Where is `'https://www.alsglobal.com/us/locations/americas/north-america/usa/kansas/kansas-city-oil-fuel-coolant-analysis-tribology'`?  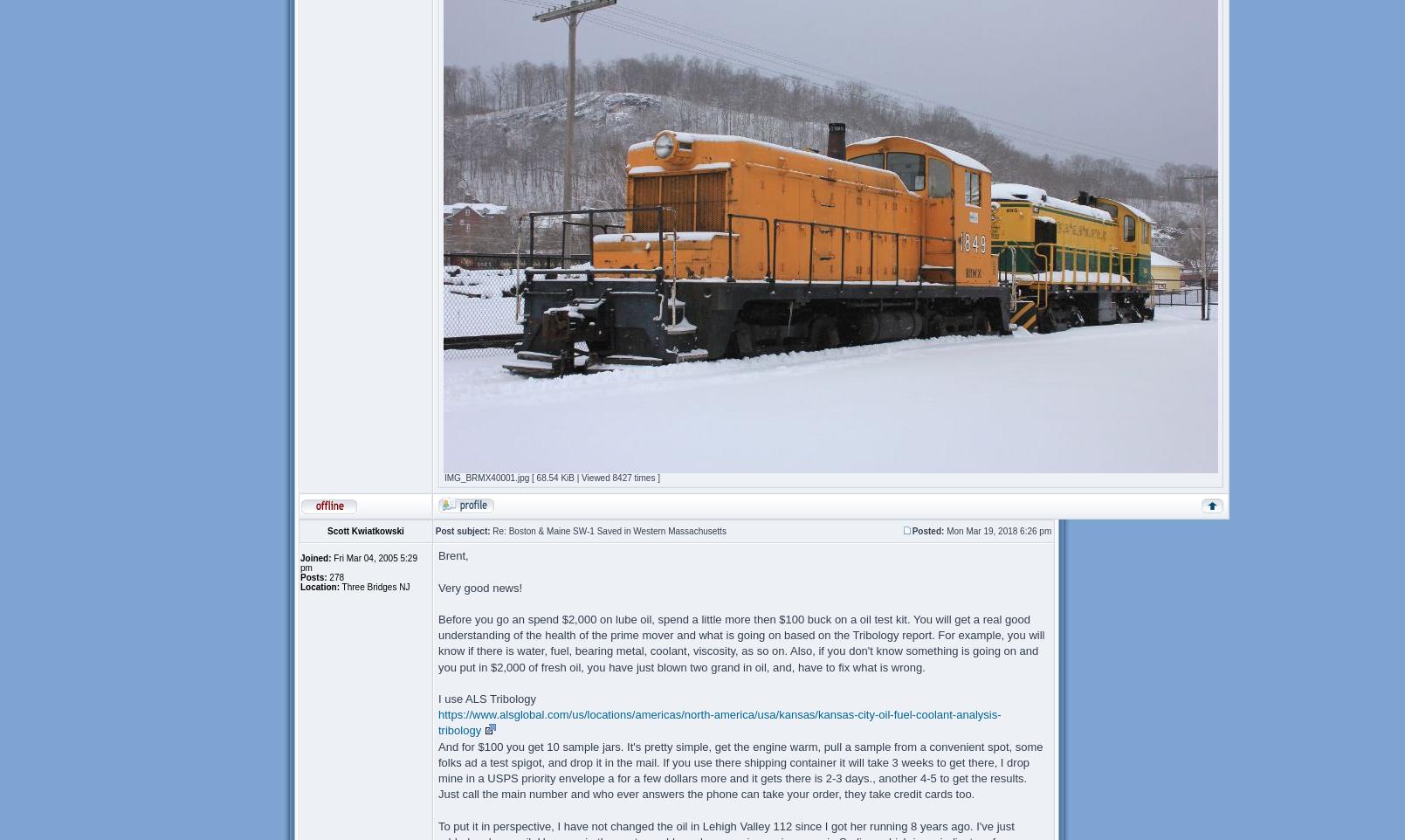 'https://www.alsglobal.com/us/locations/americas/north-america/usa/kansas/kansas-city-oil-fuel-coolant-analysis-tribology' is located at coordinates (719, 722).